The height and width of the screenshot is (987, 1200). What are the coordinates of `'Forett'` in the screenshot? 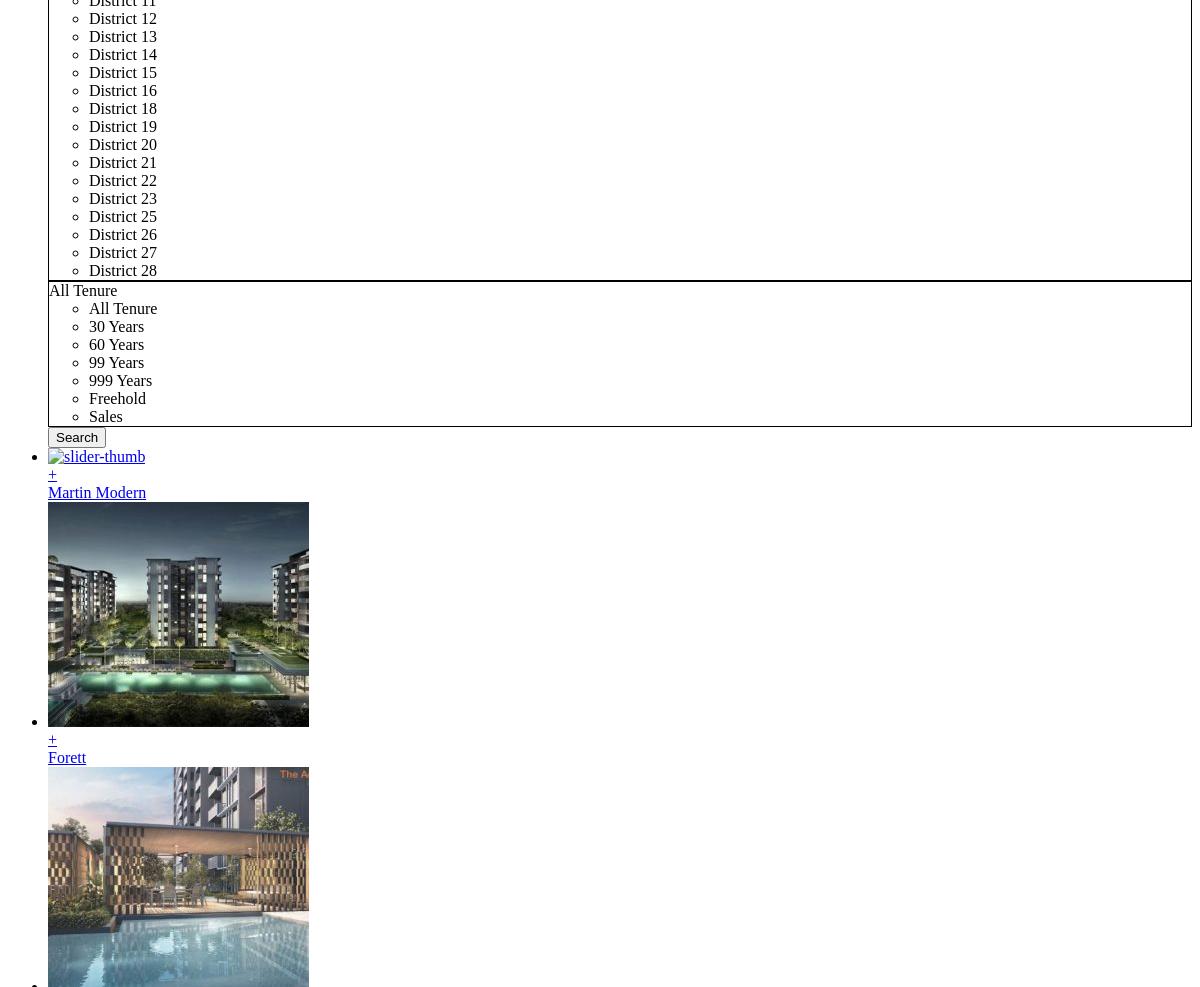 It's located at (66, 756).